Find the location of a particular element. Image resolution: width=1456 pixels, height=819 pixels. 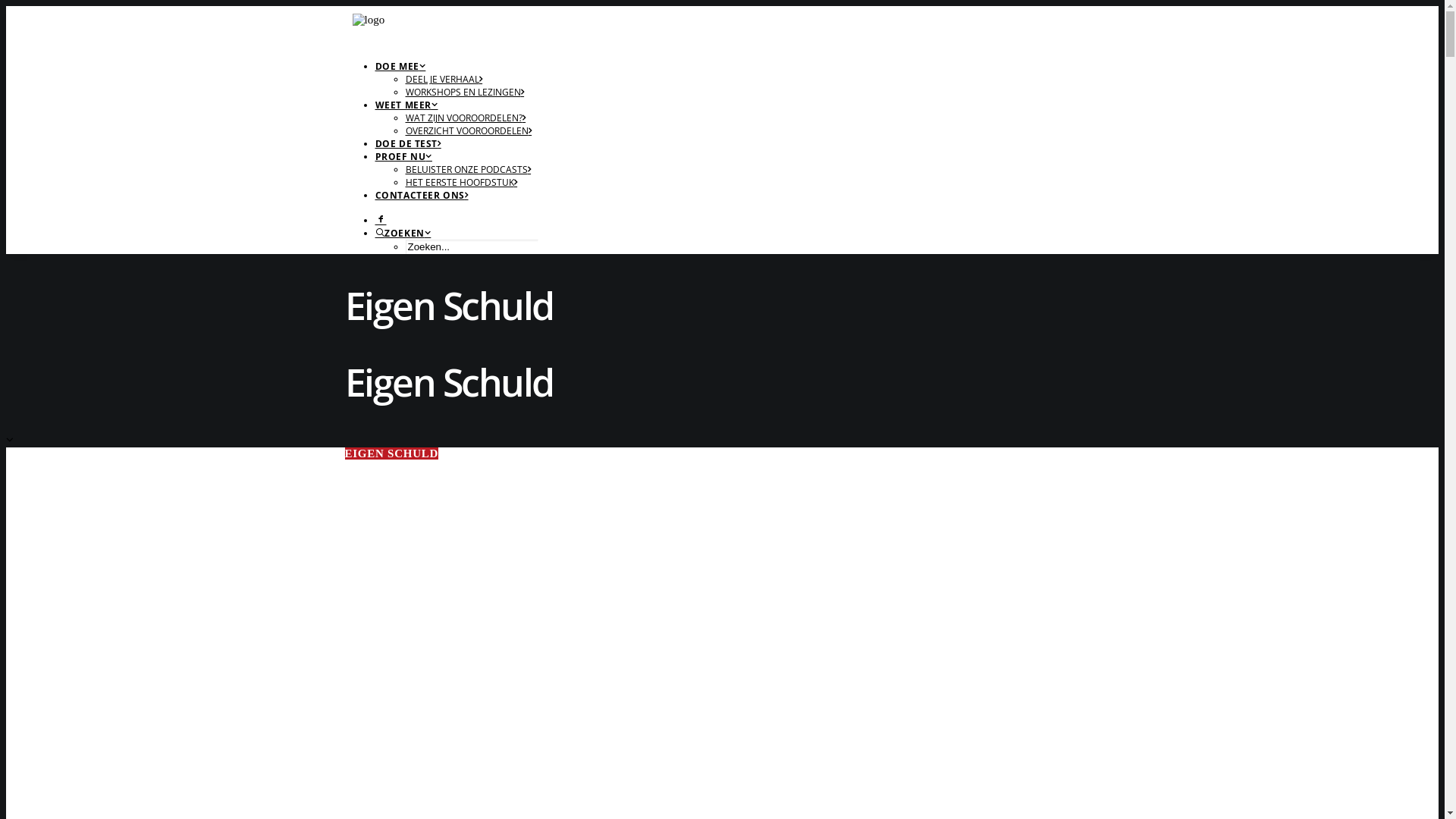

'WEET MEER' is located at coordinates (406, 104).